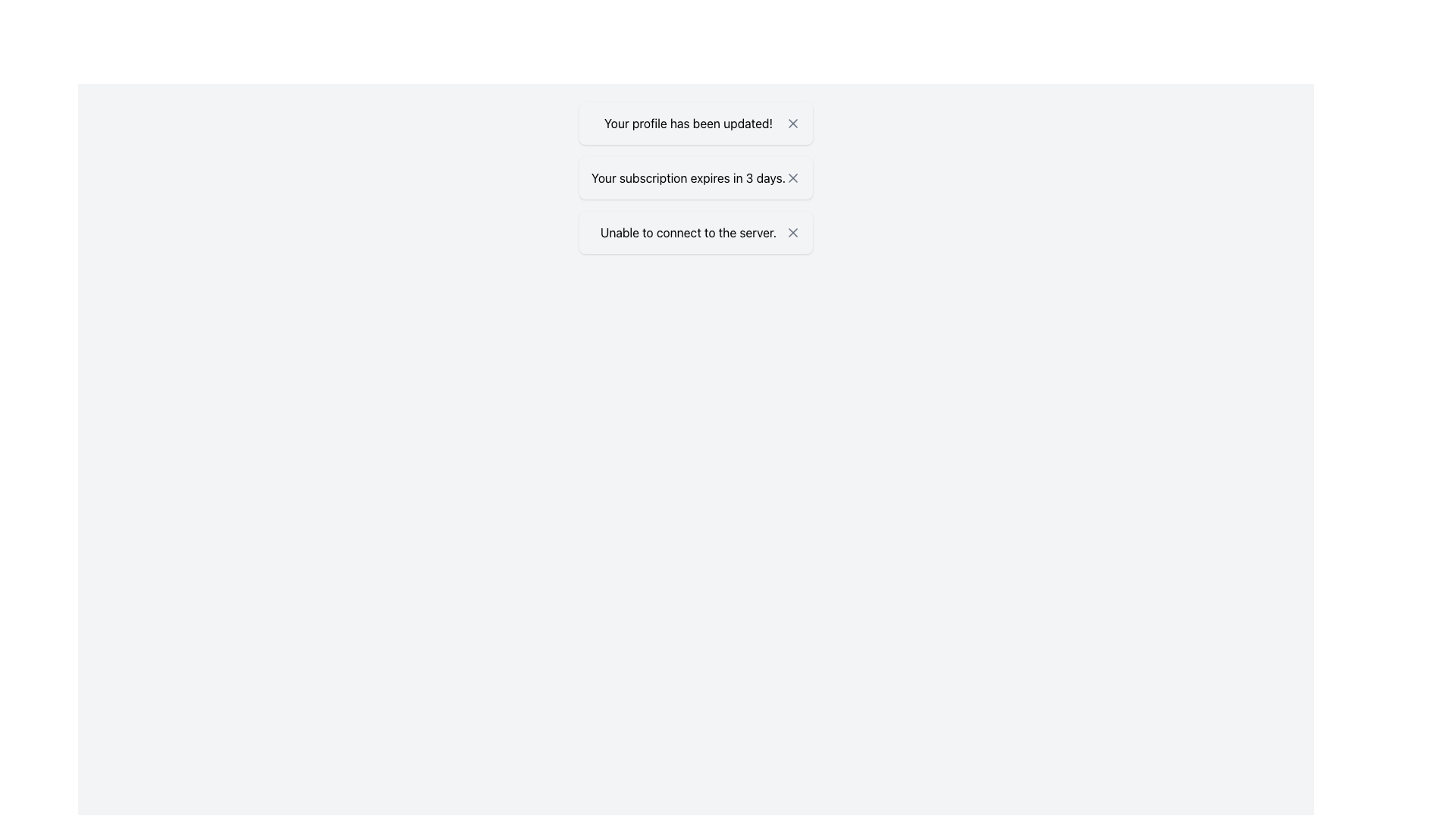 This screenshot has height=819, width=1456. Describe the element at coordinates (687, 233) in the screenshot. I see `the static text label displaying 'Unable to connect to the server.' which is colored dark red and has a warning appearance with a lightly tinted red background` at that location.